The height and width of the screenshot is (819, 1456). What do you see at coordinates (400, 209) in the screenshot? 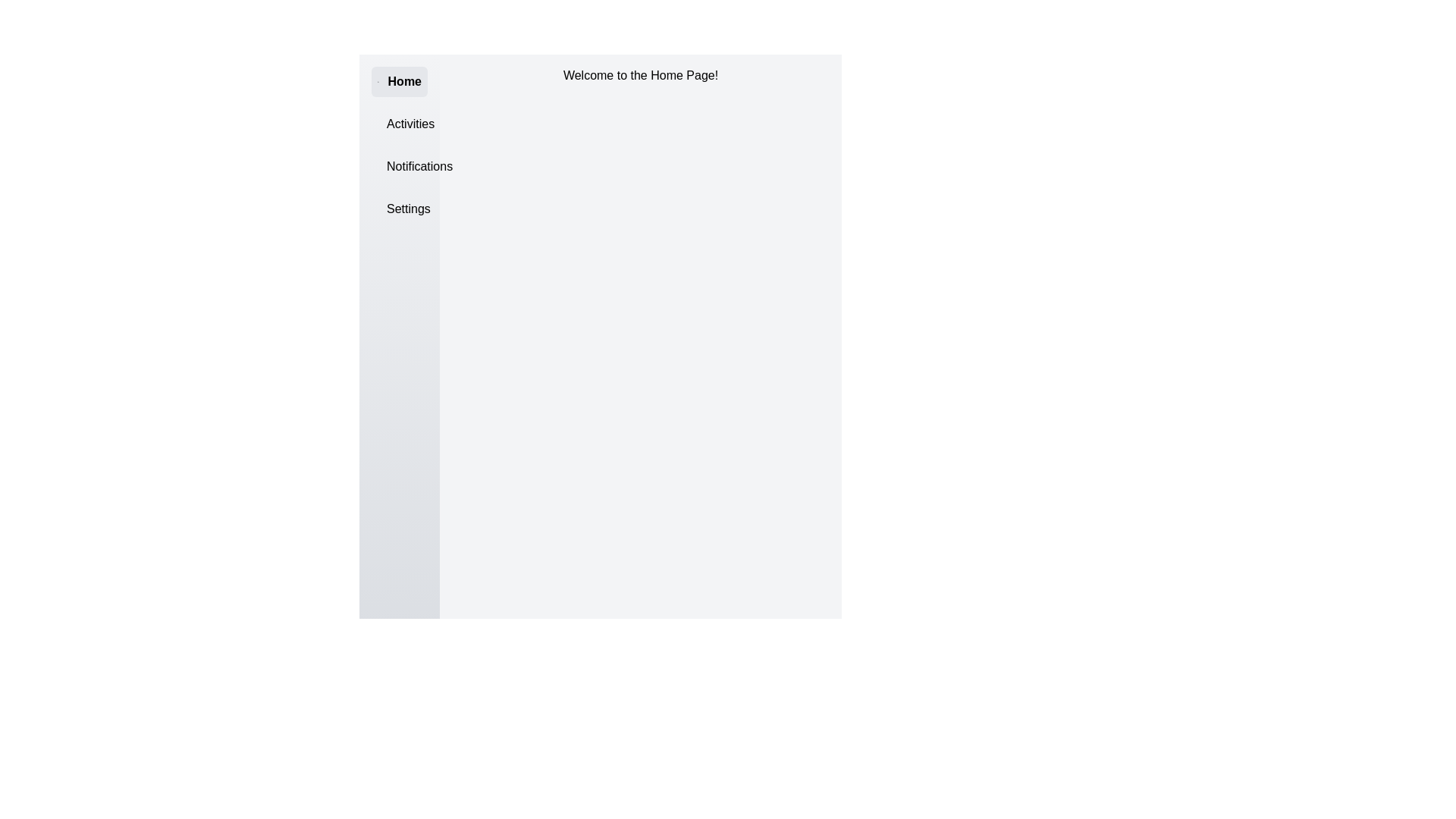
I see `the 'Settings' navigation item in the vertical menu` at bounding box center [400, 209].